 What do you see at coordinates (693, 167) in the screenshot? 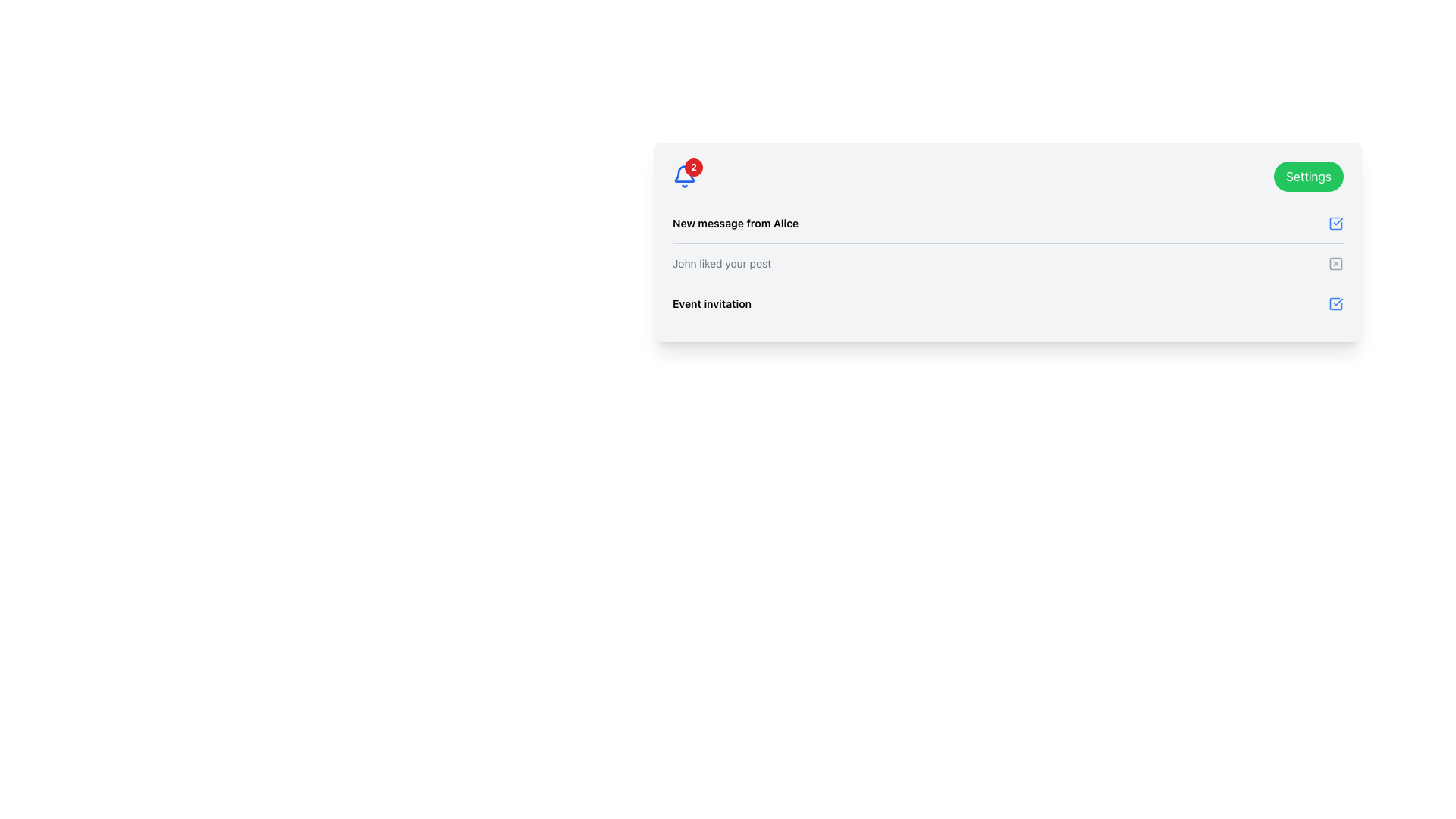
I see `the circular badge with a red background and white text displaying the number '2', which is positioned at the top-right corner of the blue notification bell icon` at bounding box center [693, 167].